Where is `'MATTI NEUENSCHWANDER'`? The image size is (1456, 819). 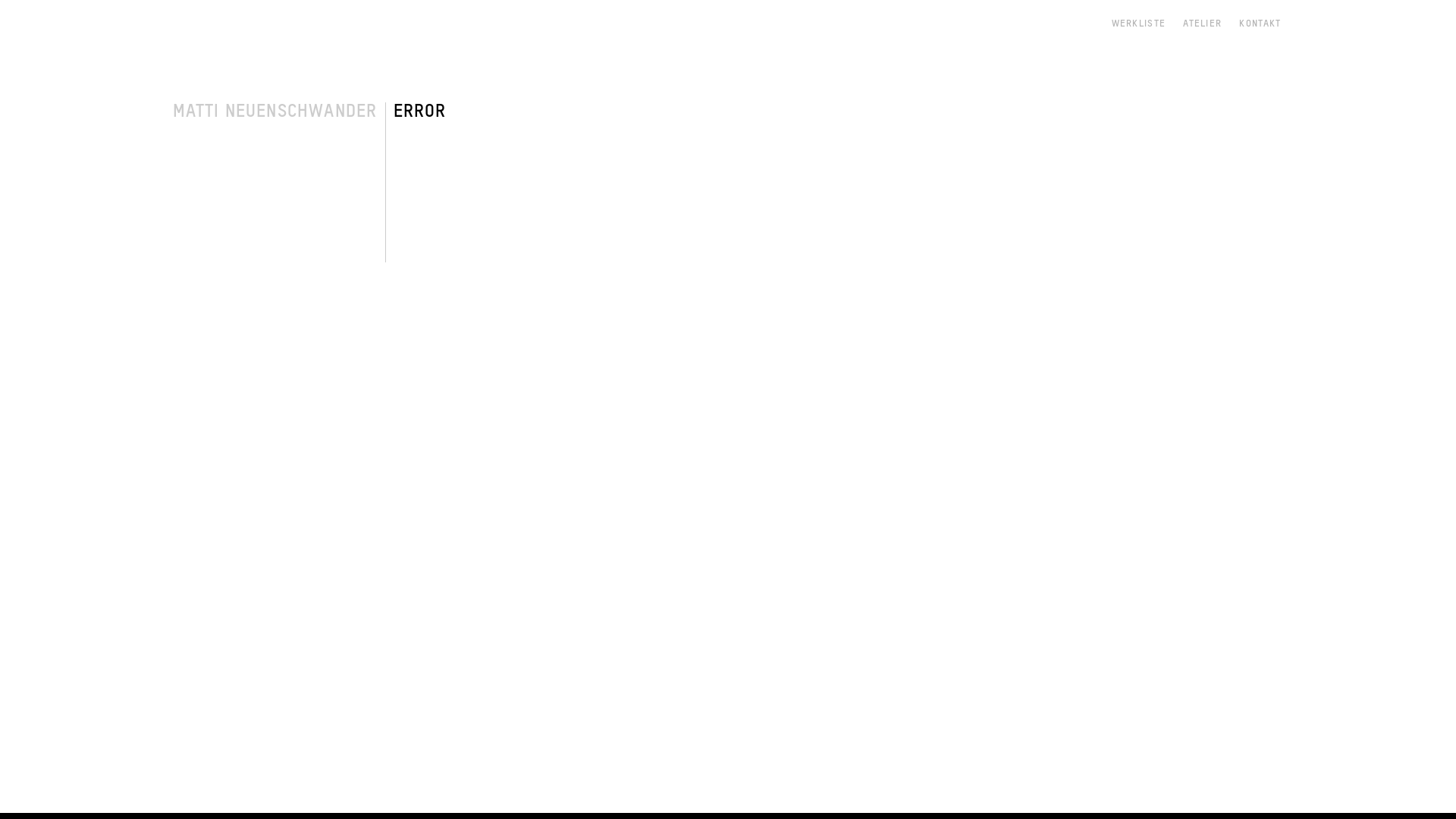 'MATTI NEUENSCHWANDER' is located at coordinates (172, 110).